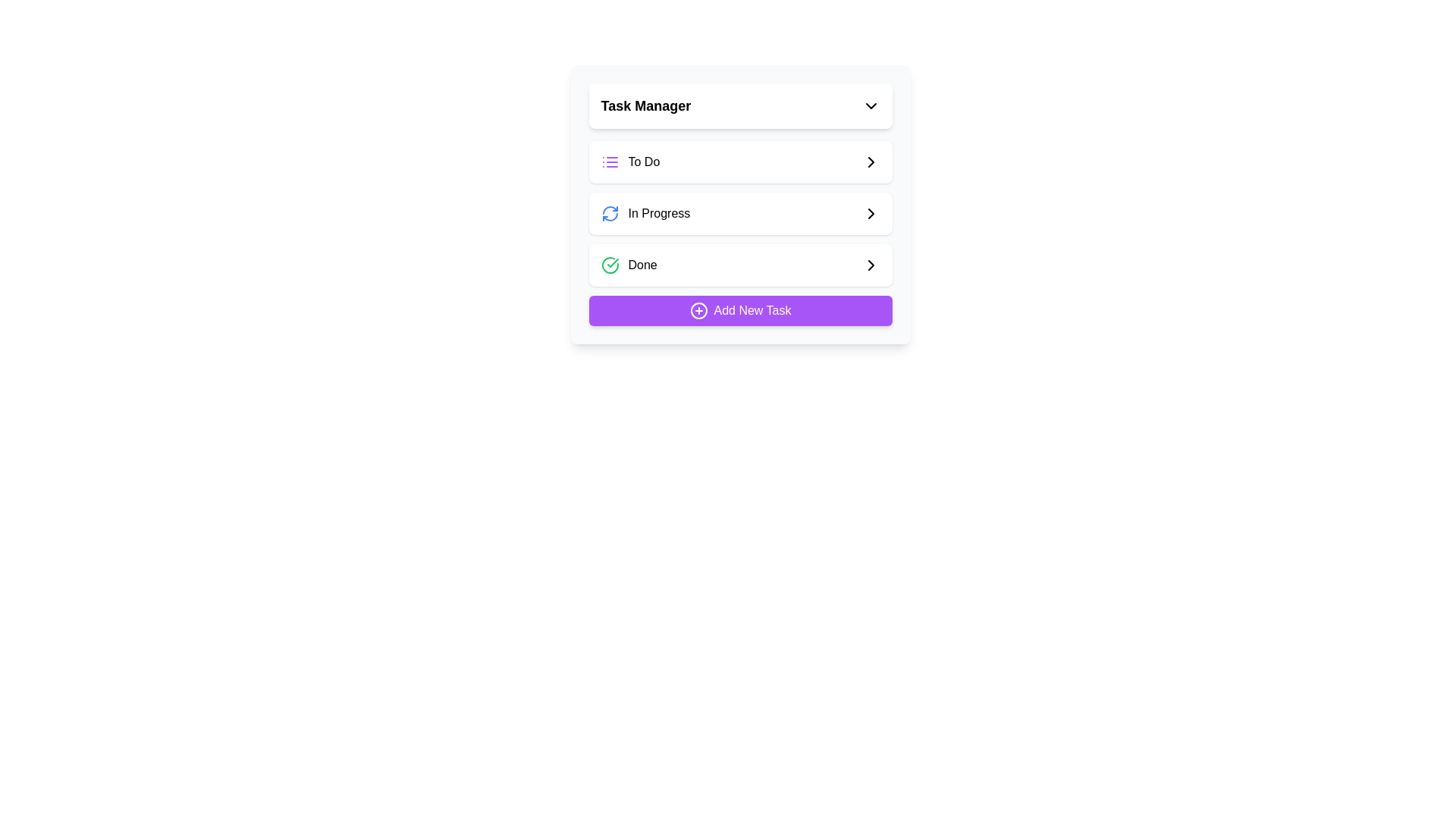  Describe the element at coordinates (740, 213) in the screenshot. I see `text or icon of the second item in the vertical list of task categories, which indicates tasks currently in progress` at that location.